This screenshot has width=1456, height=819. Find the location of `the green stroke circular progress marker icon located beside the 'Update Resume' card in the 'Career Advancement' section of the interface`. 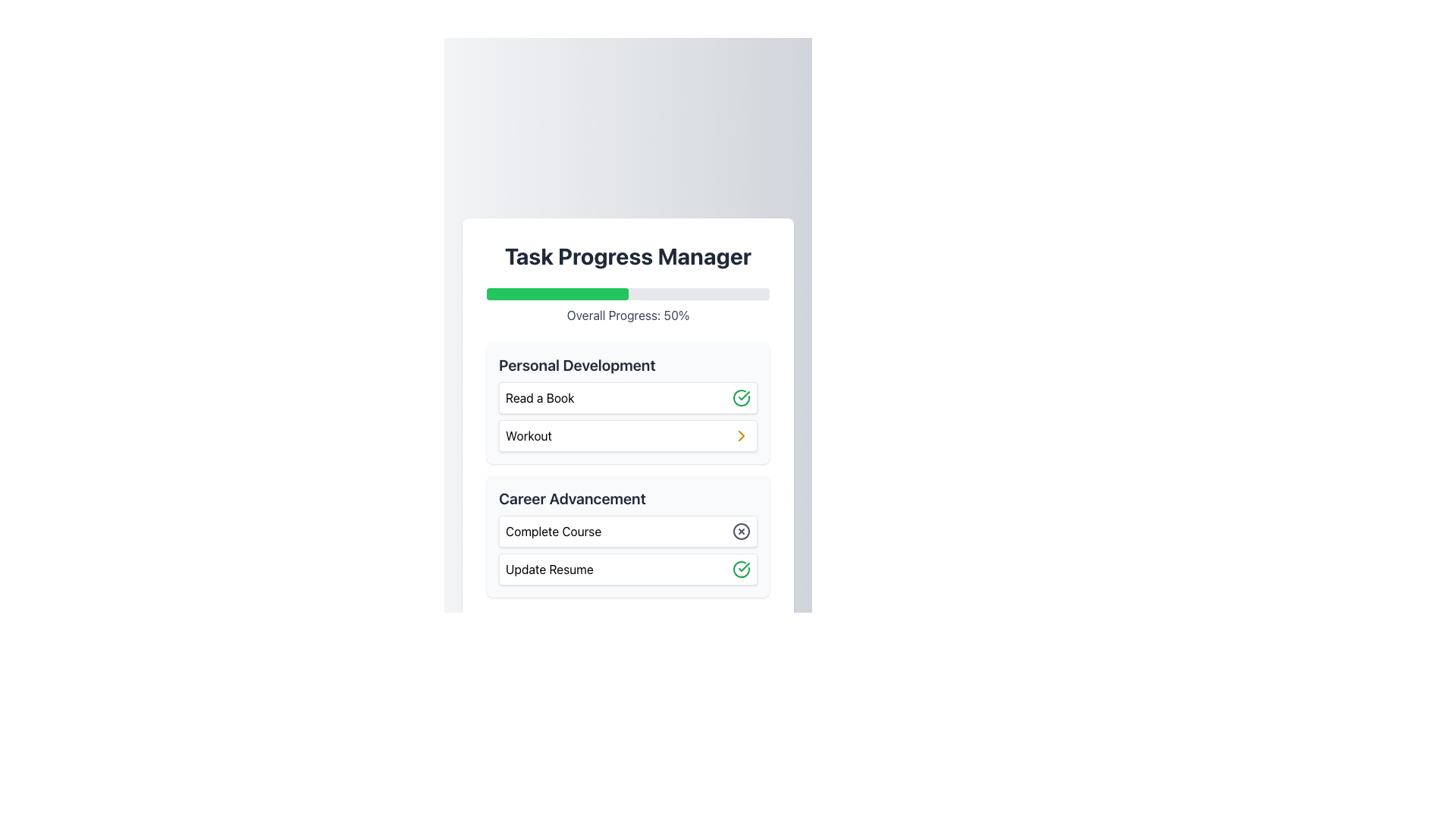

the green stroke circular progress marker icon located beside the 'Update Resume' card in the 'Career Advancement' section of the interface is located at coordinates (742, 397).